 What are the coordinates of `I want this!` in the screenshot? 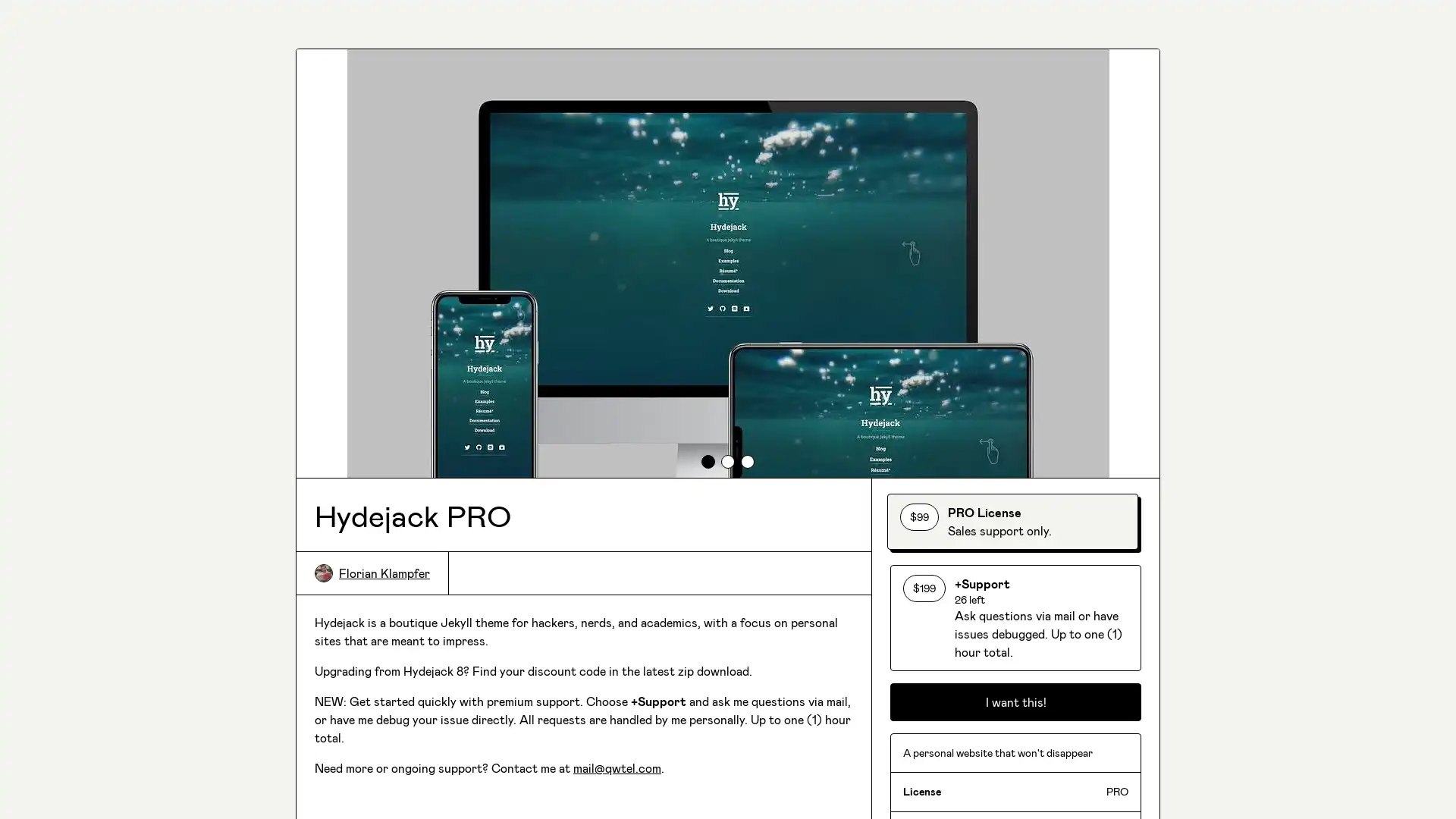 It's located at (1015, 759).